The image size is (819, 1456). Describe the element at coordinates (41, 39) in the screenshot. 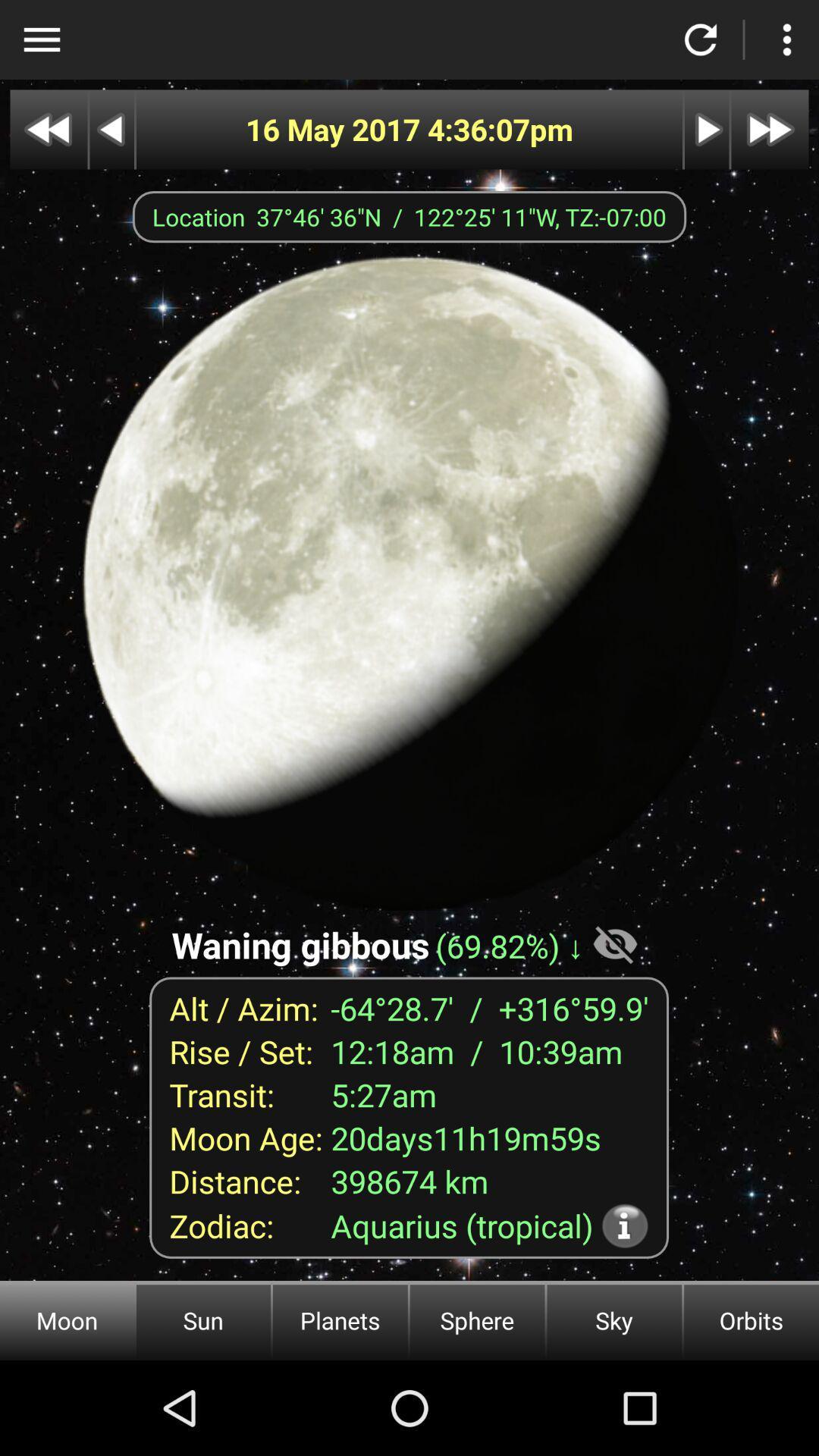

I see `menu` at that location.